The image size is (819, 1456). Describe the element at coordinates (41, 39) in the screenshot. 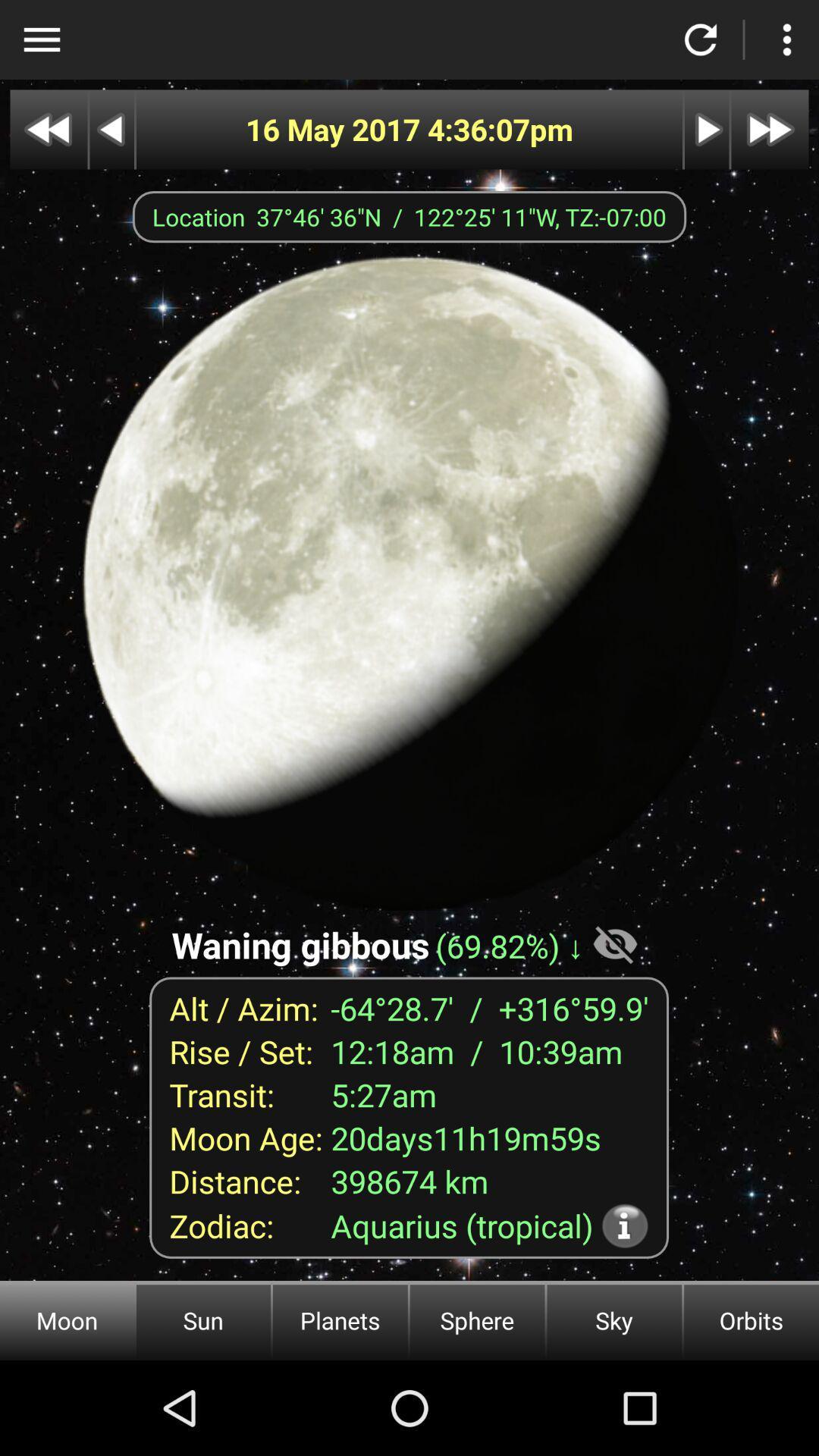

I see `menu` at that location.